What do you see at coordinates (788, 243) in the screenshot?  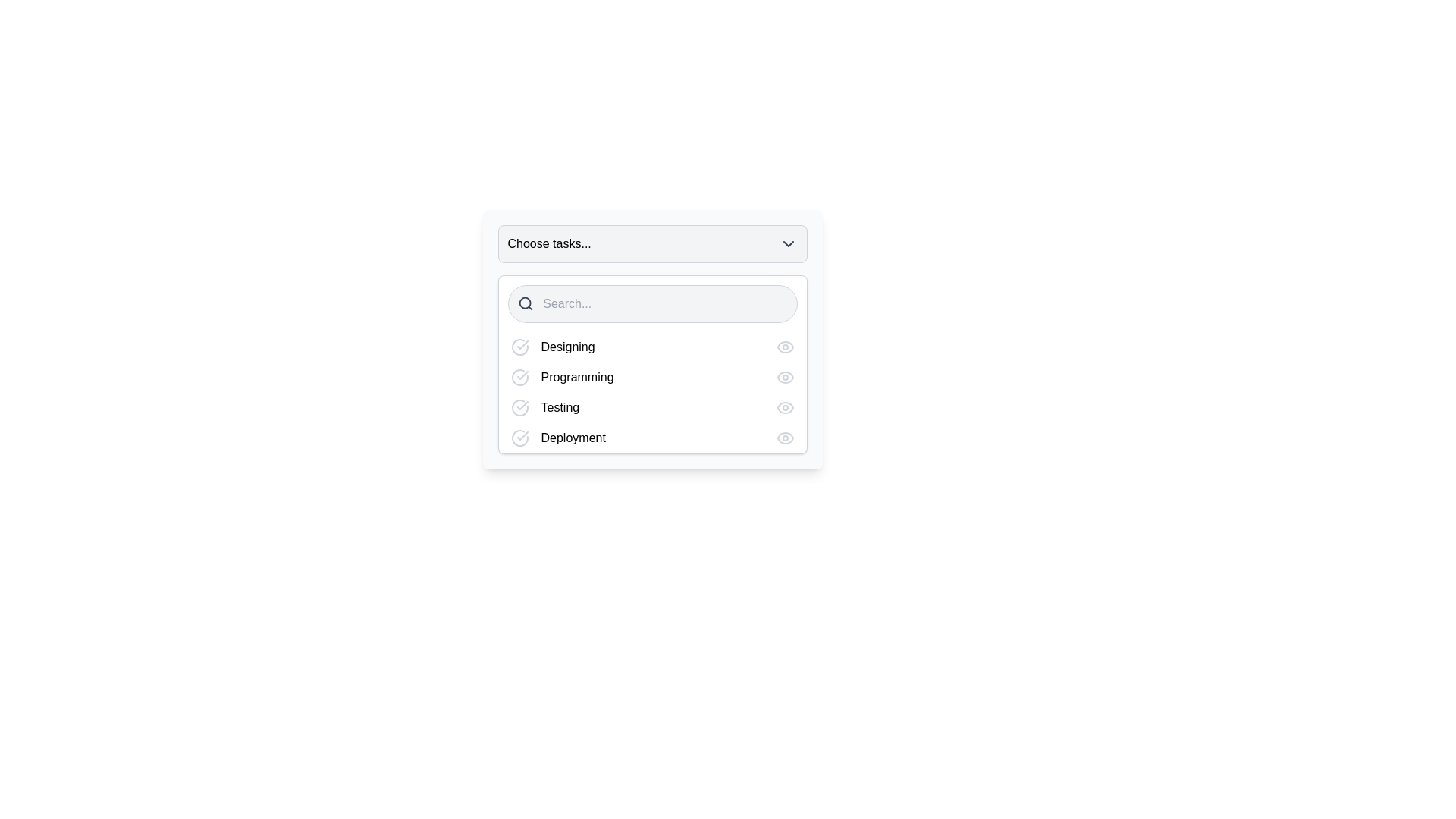 I see `the Dropdown Indicator Icon, which is a gray chevron-down arrow located to the right of the text 'Choose tasks...' in the header area` at bounding box center [788, 243].